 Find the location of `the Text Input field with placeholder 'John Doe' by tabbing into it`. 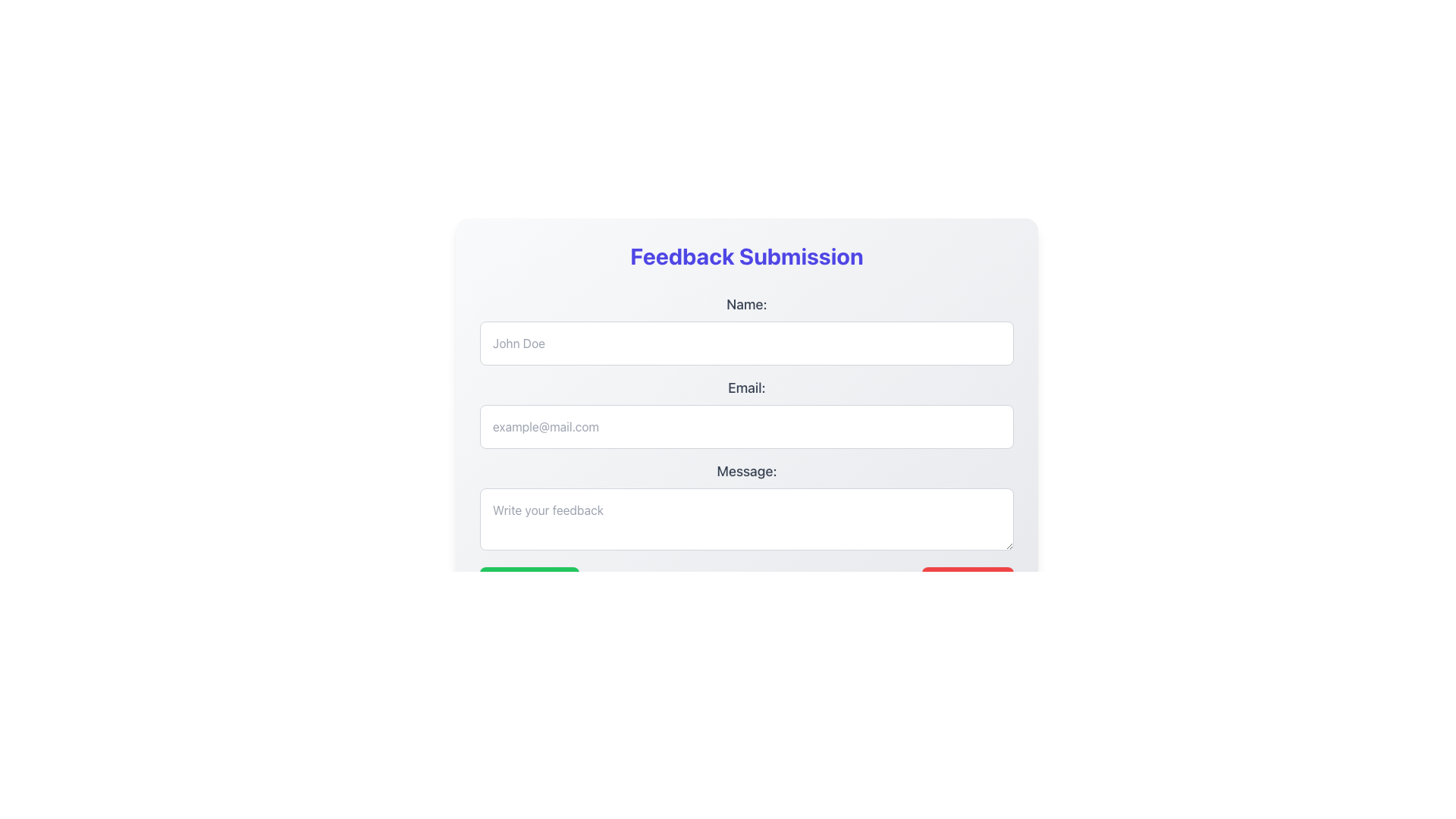

the Text Input field with placeholder 'John Doe' by tabbing into it is located at coordinates (746, 343).